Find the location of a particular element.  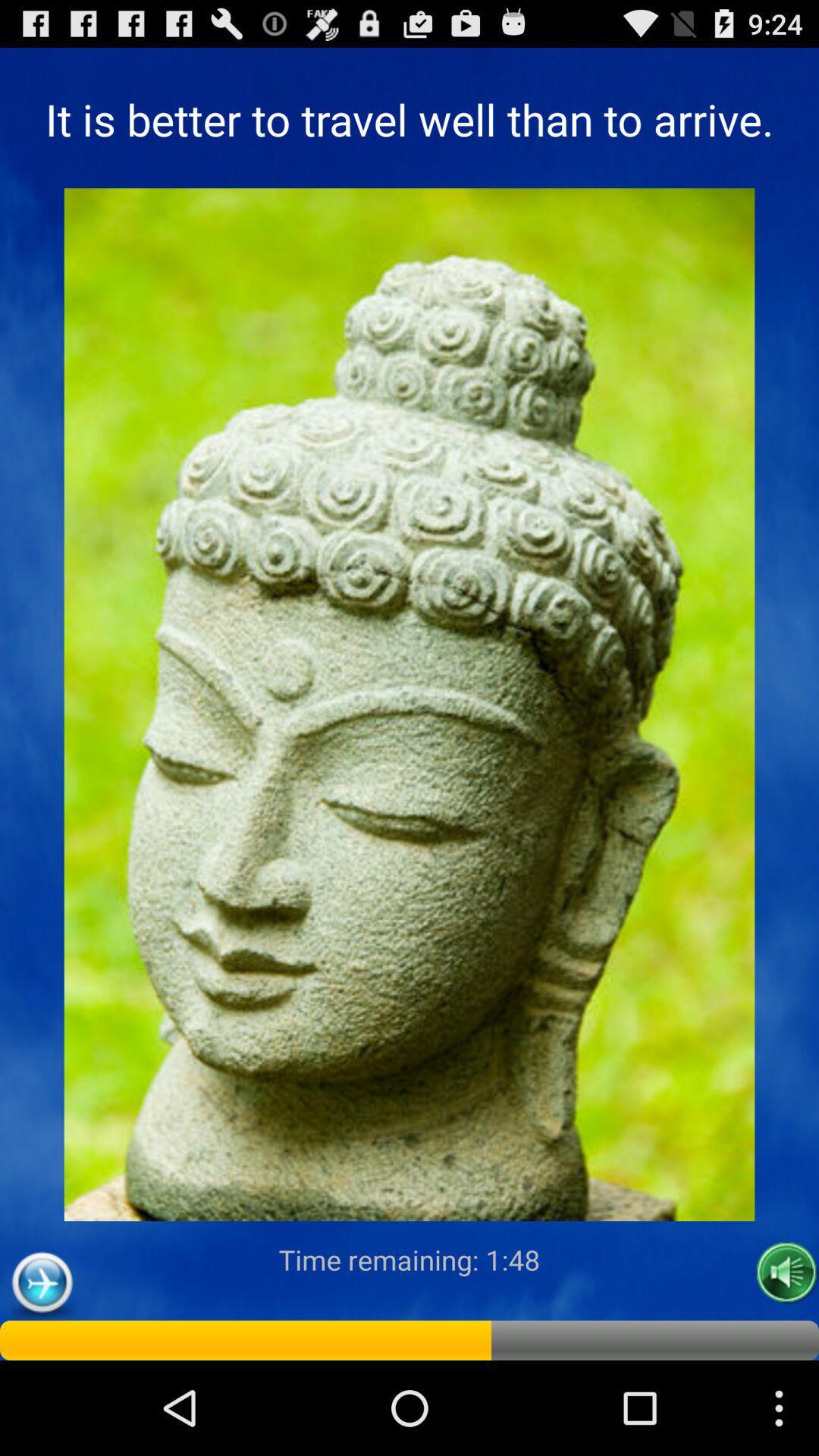

the flight icon is located at coordinates (41, 1373).